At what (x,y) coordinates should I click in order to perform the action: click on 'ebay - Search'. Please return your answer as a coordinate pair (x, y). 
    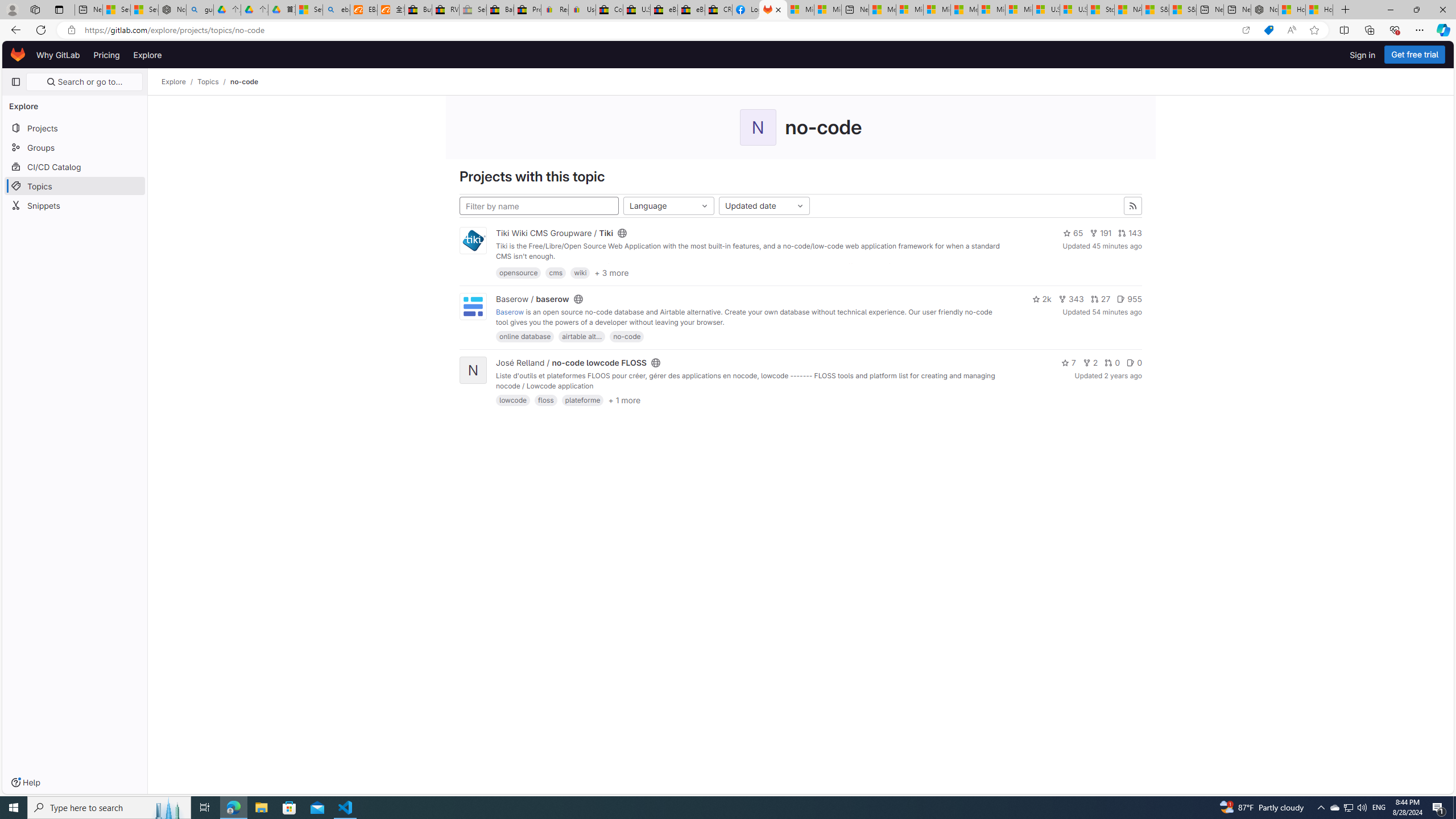
    Looking at the image, I should click on (336, 9).